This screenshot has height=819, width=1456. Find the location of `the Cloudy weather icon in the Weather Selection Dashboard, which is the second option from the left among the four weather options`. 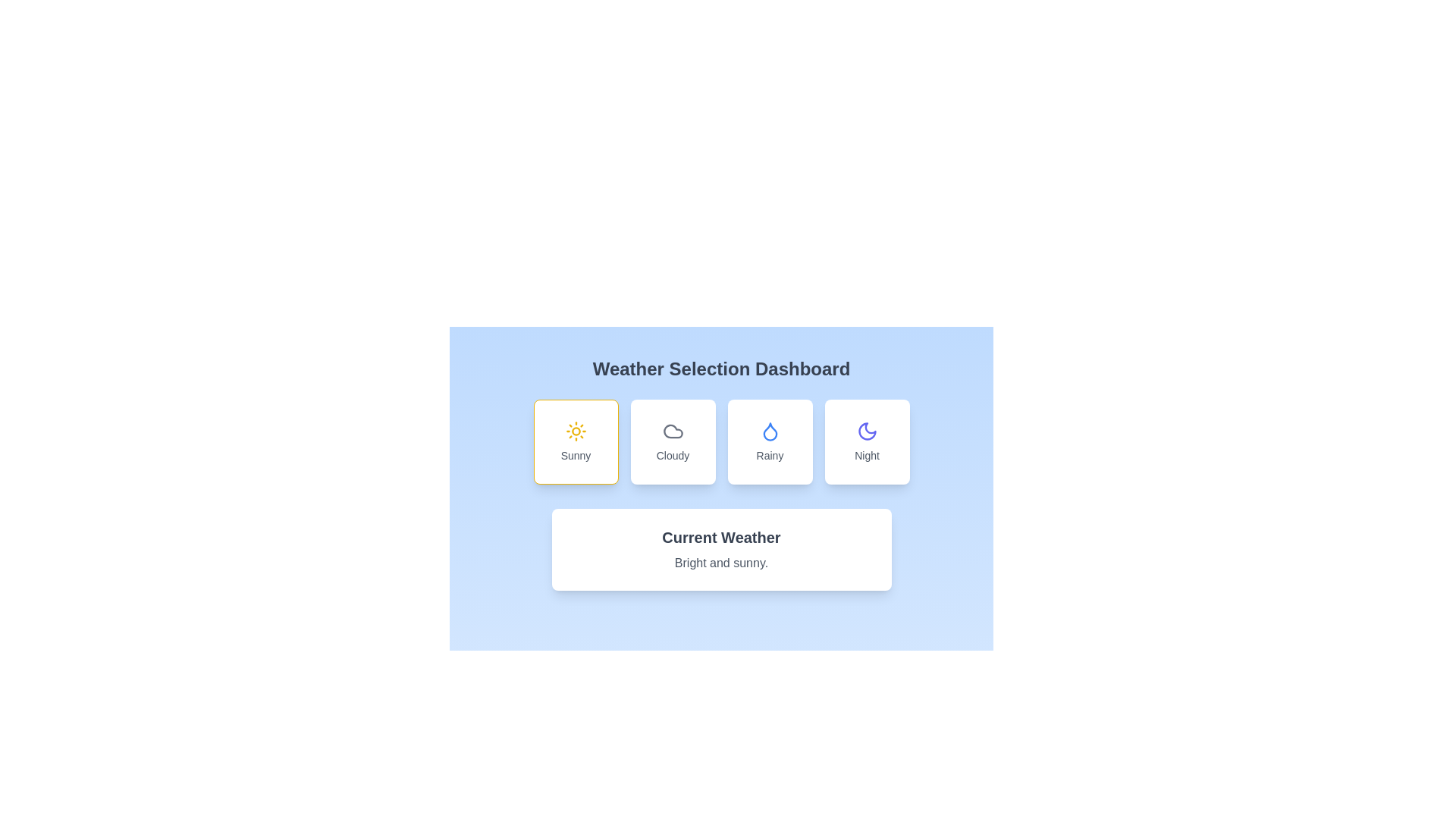

the Cloudy weather icon in the Weather Selection Dashboard, which is the second option from the left among the four weather options is located at coordinates (672, 431).